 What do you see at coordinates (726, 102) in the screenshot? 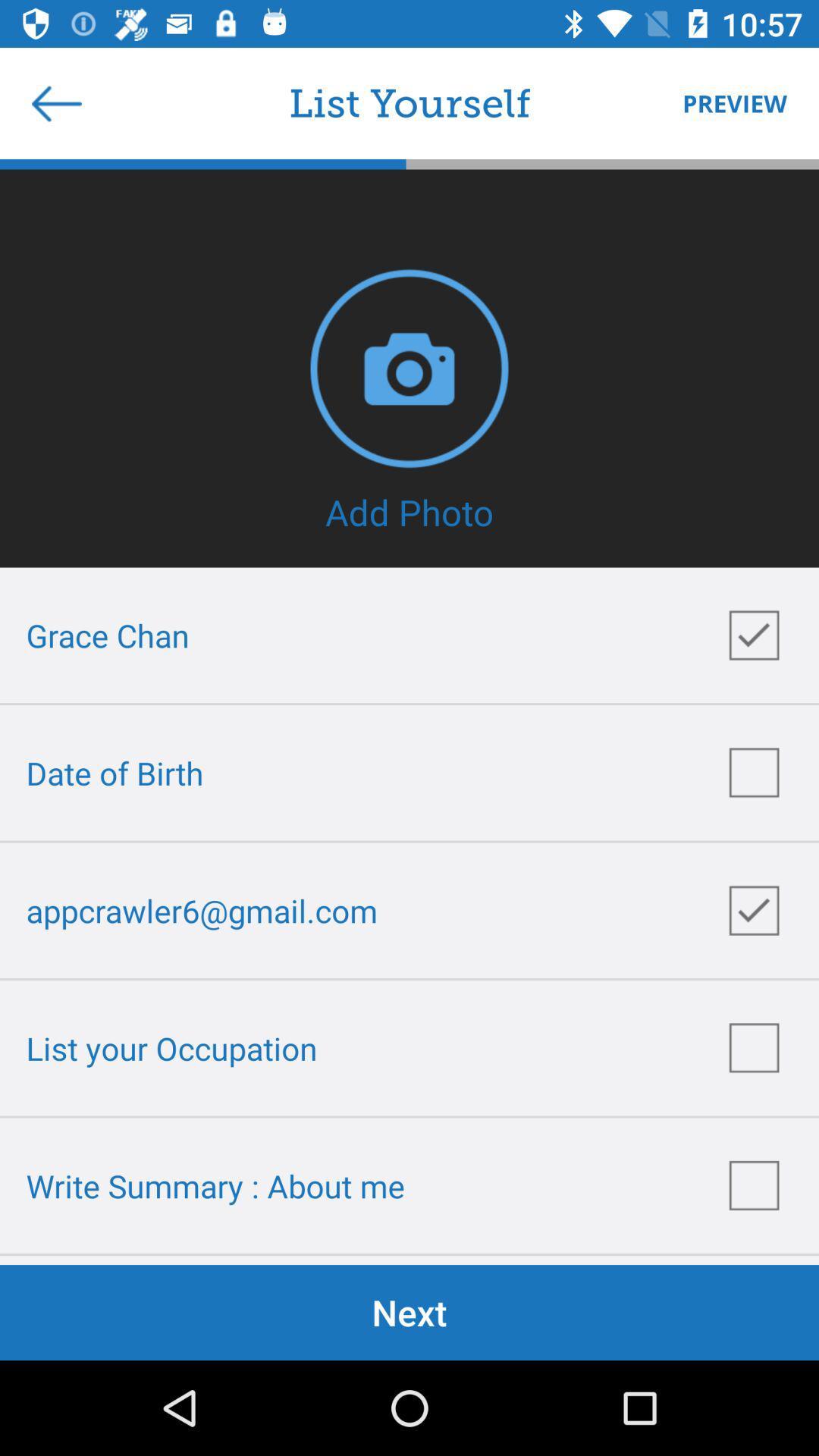
I see `the item to the right of the list yourself icon` at bounding box center [726, 102].